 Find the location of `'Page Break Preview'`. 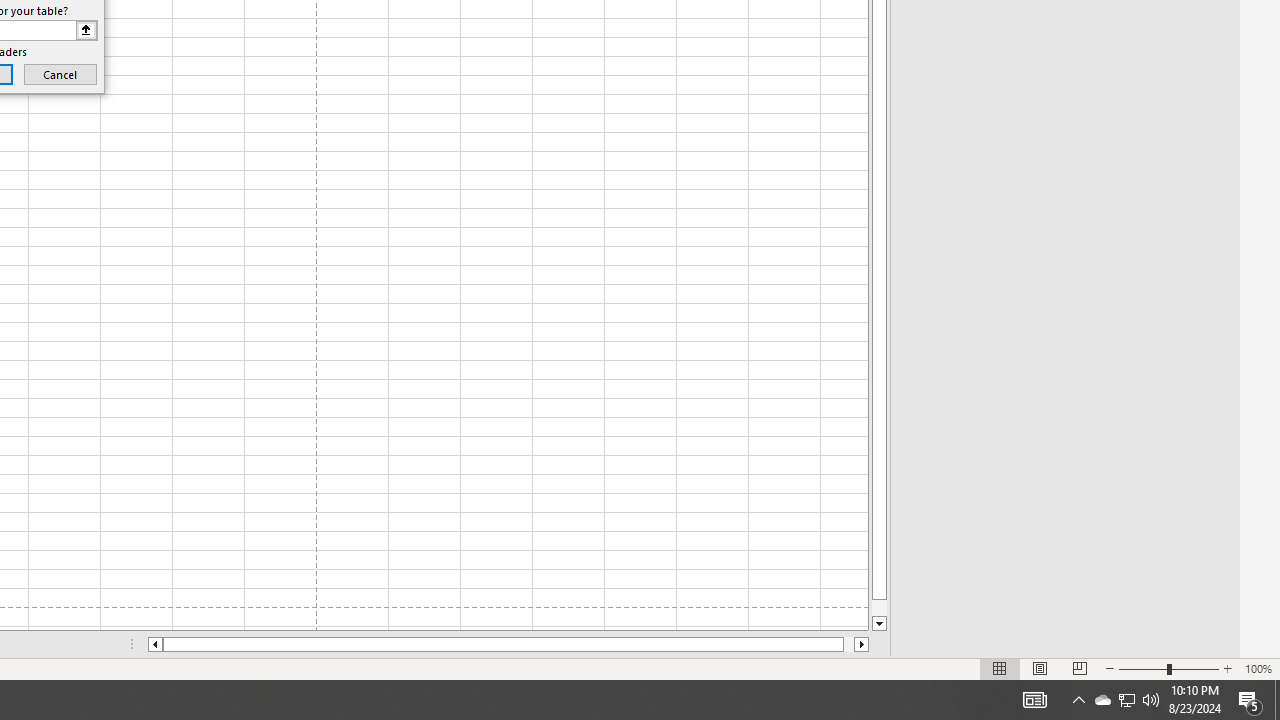

'Page Break Preview' is located at coordinates (1078, 669).